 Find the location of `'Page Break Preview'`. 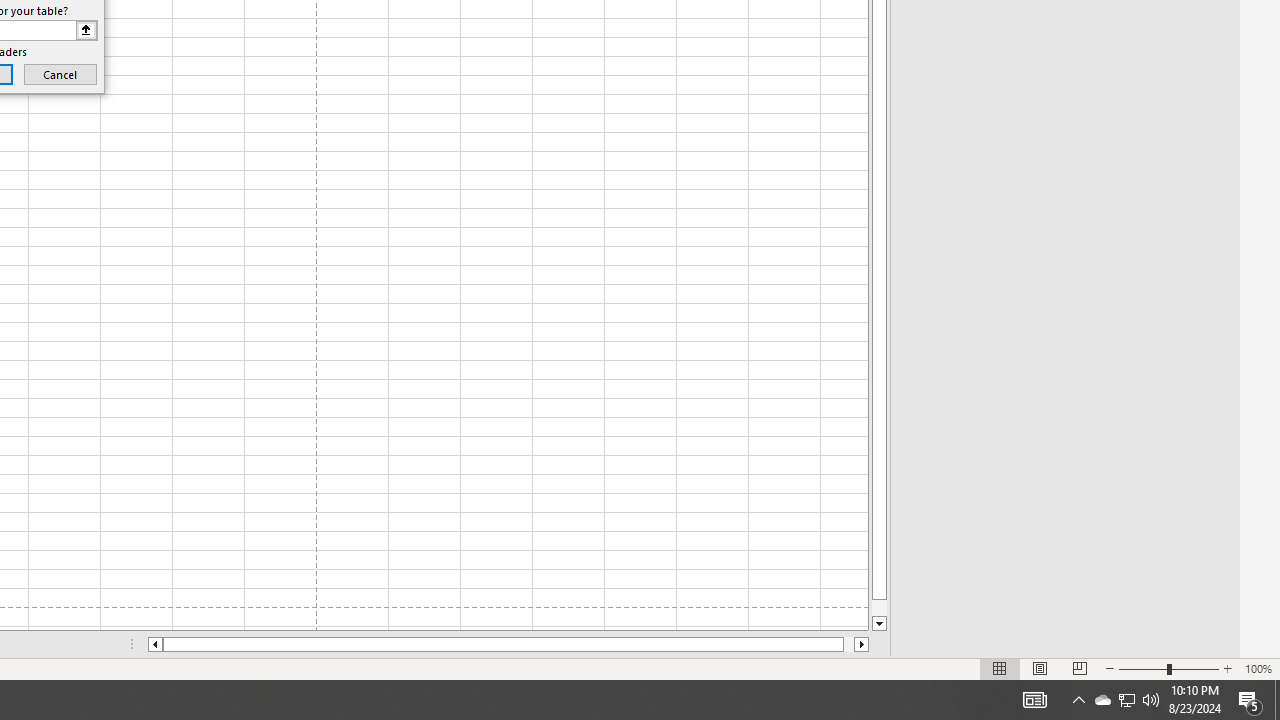

'Page Break Preview' is located at coordinates (1078, 669).